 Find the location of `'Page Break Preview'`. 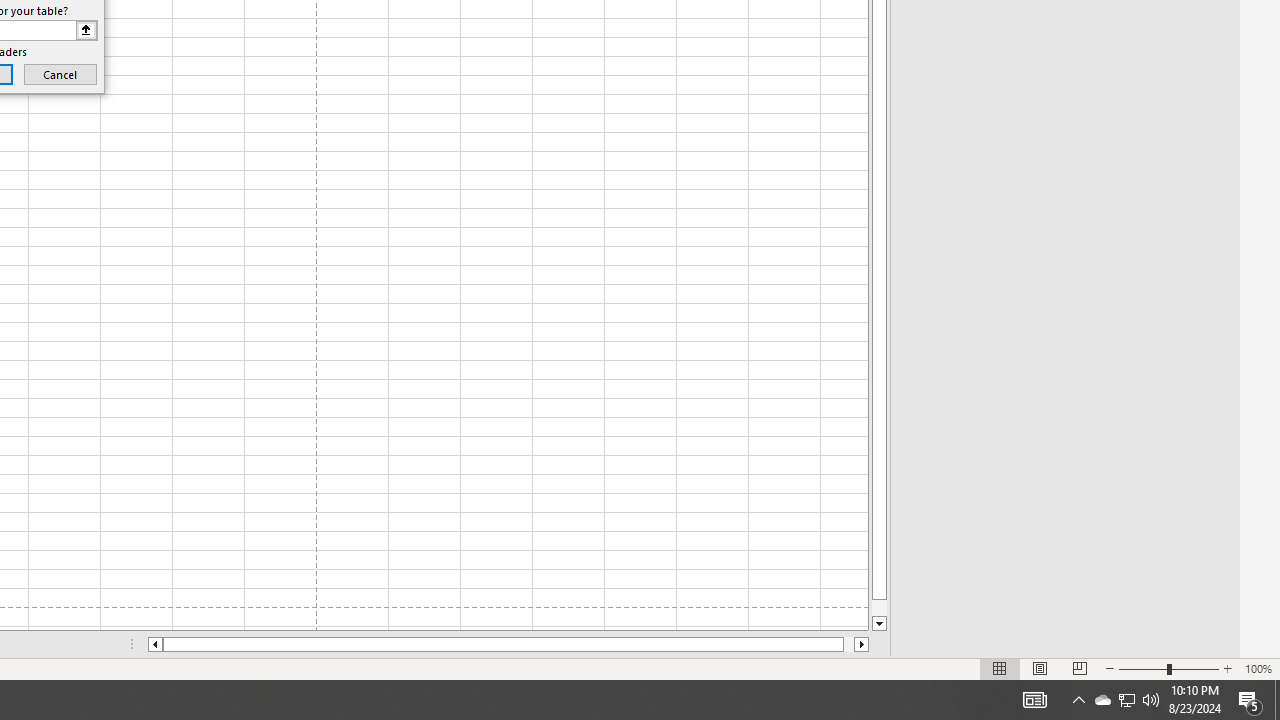

'Page Break Preview' is located at coordinates (1078, 669).